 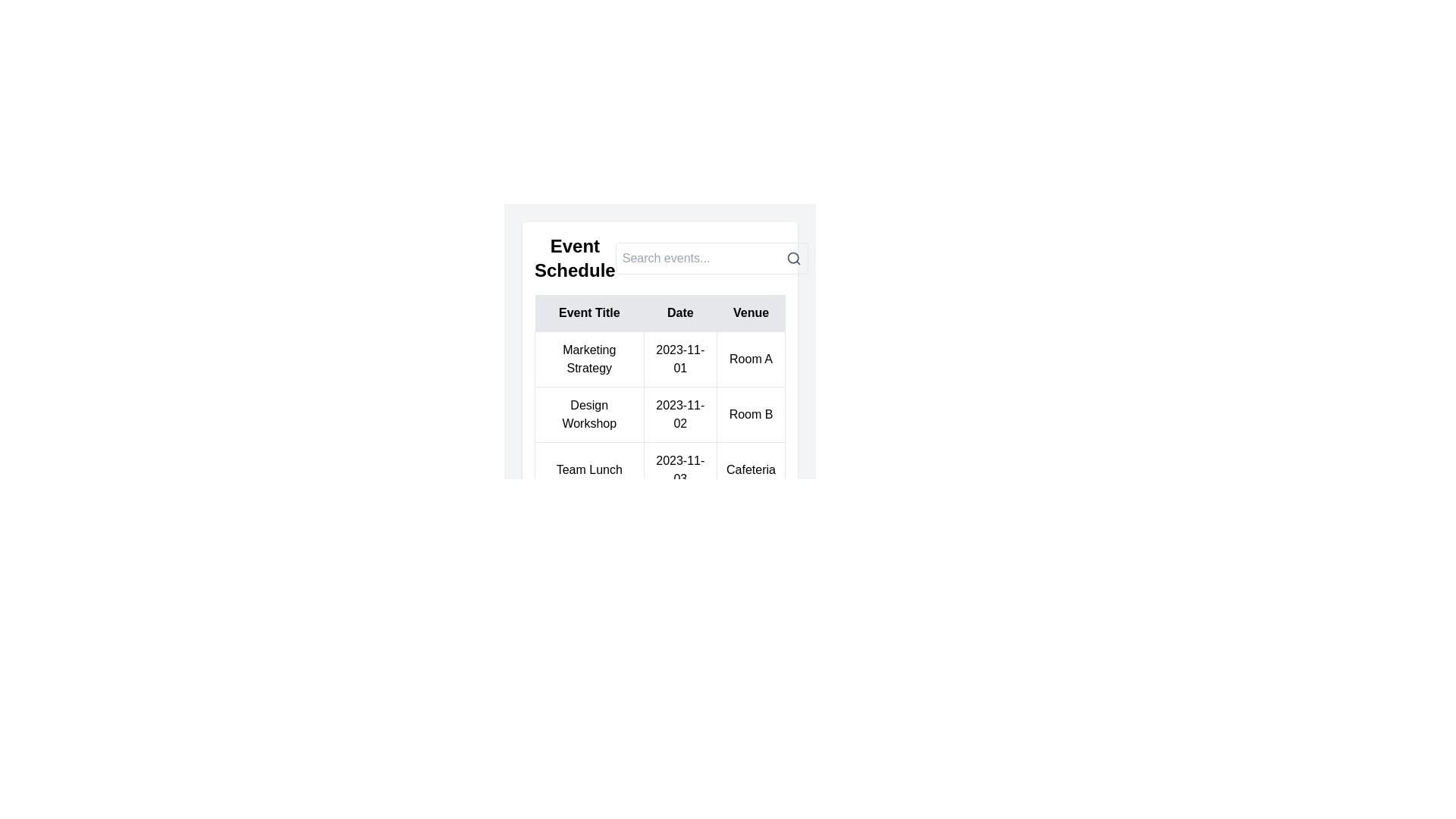 I want to click on the first row in the 'Event Schedule' table, which displays details about a particular event including its title, date, and location, so click(x=660, y=359).